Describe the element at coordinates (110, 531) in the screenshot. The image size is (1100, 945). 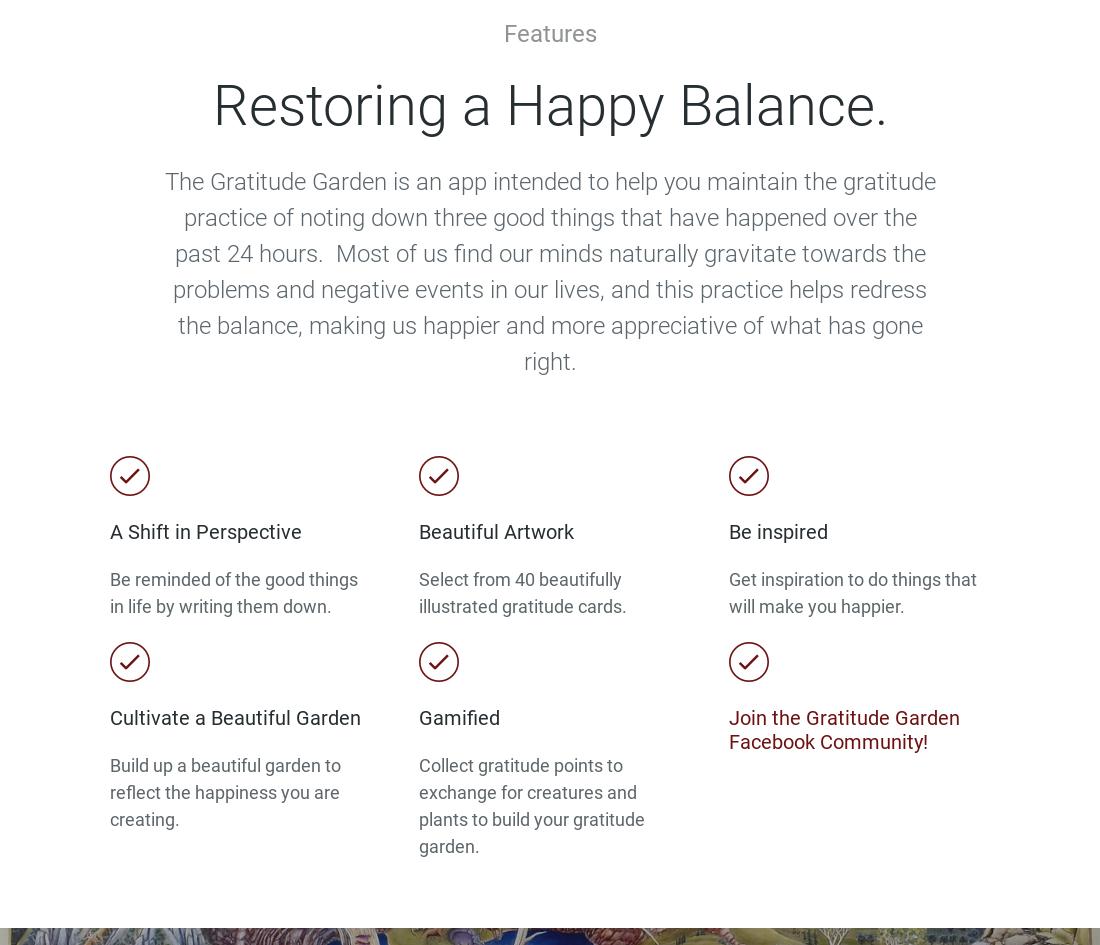
I see `'A Shift in Perspective'` at that location.